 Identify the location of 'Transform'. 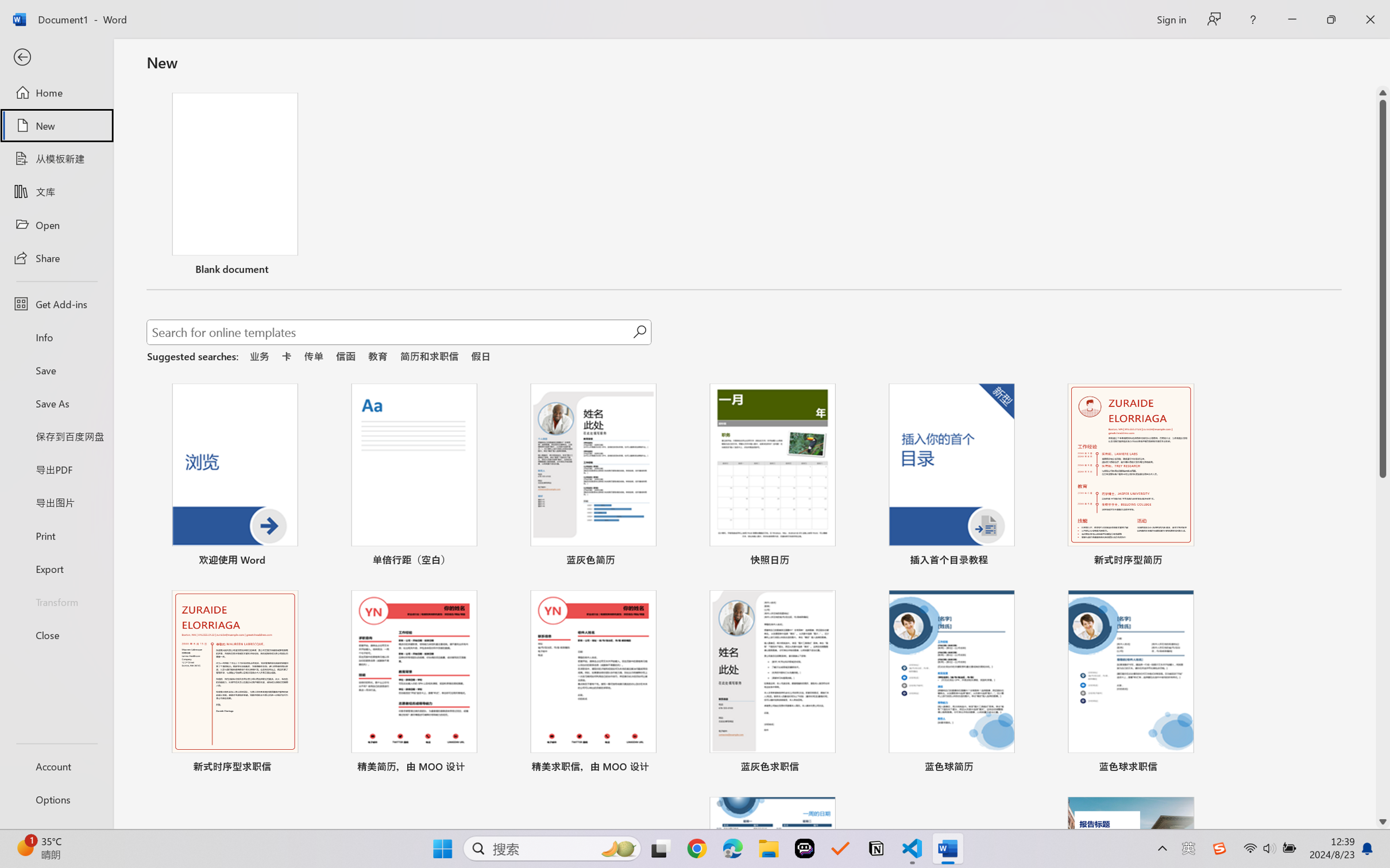
(56, 600).